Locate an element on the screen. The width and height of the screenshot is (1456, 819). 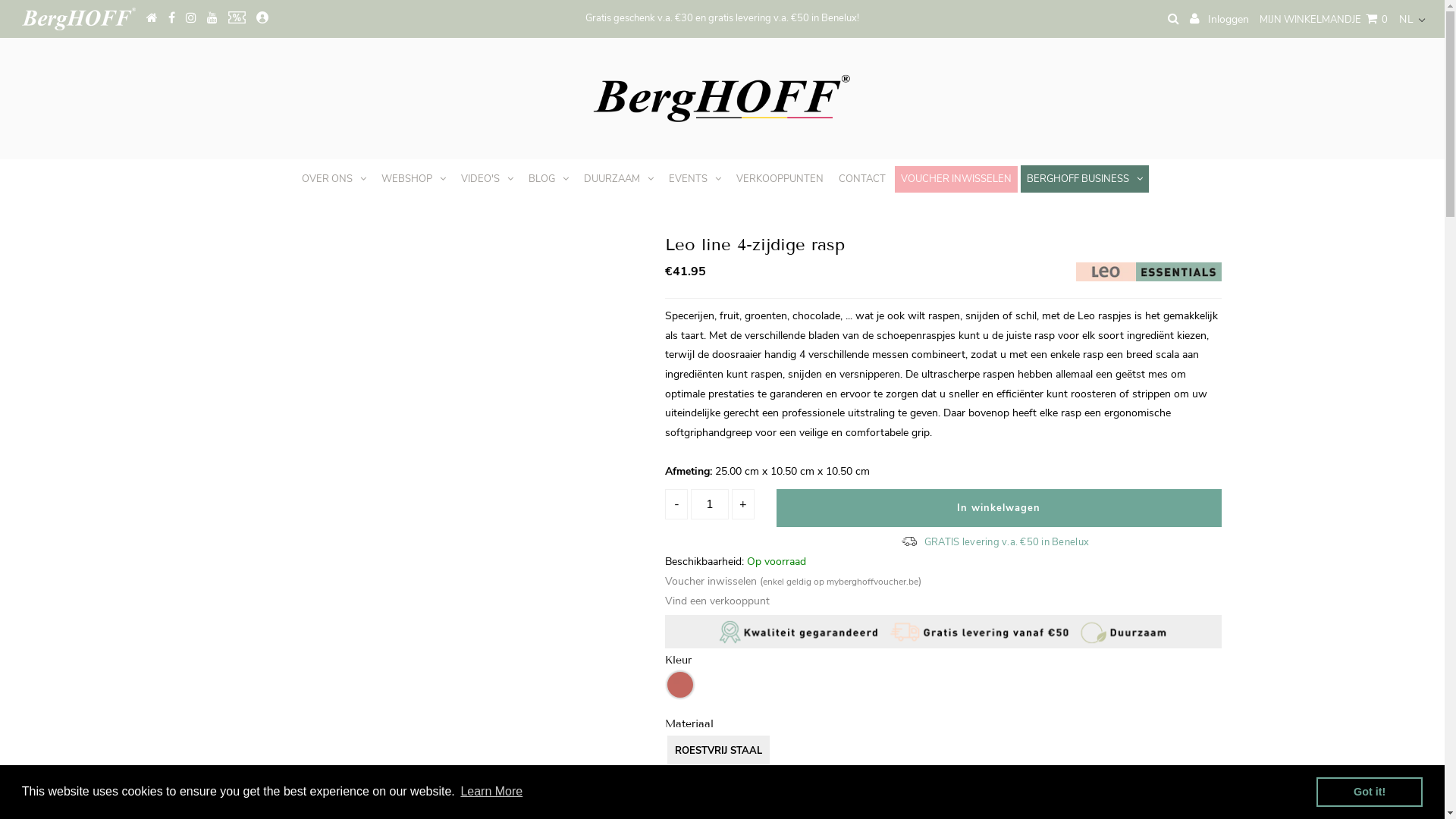
'Learn More' is located at coordinates (491, 791).